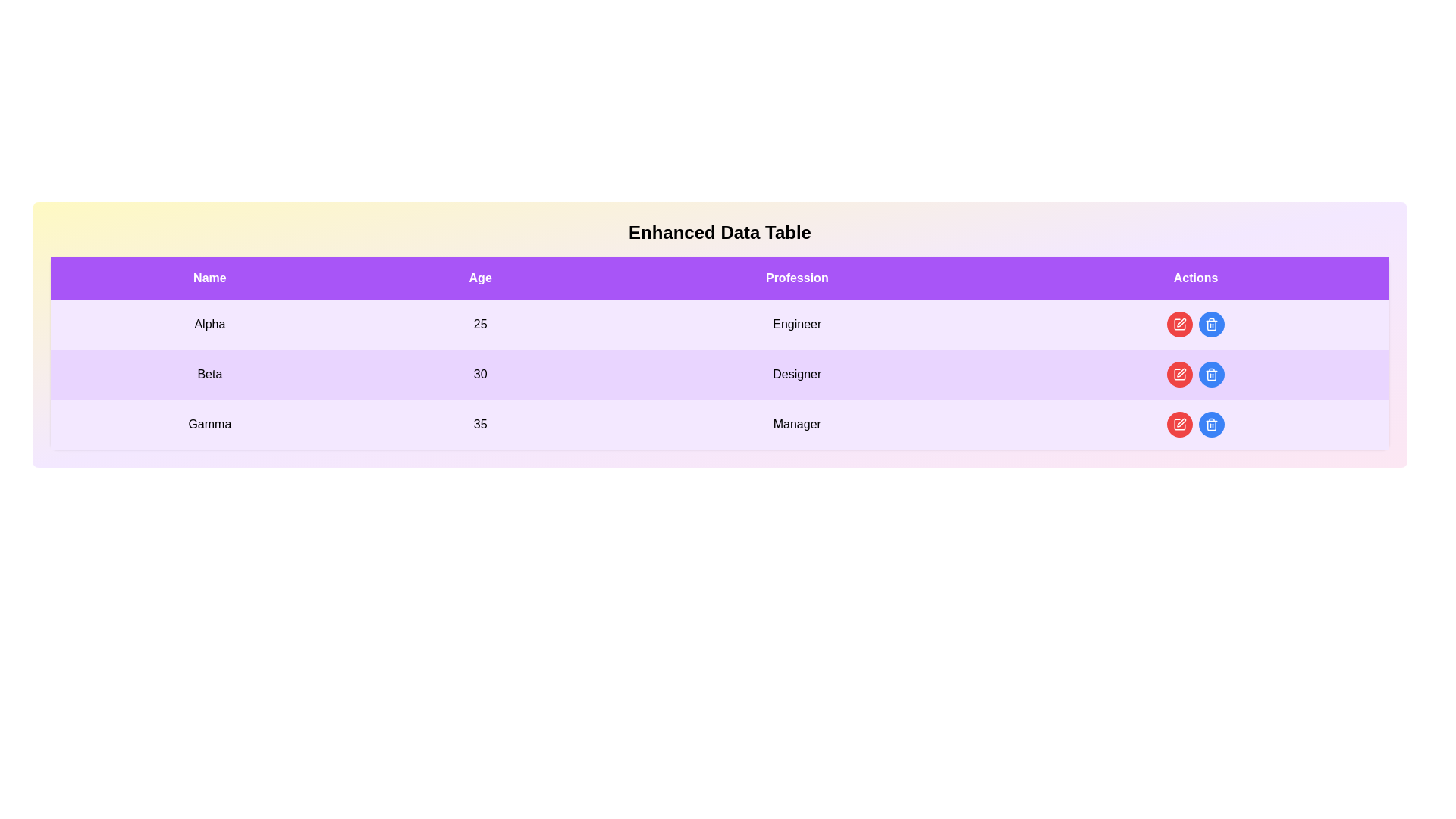 The height and width of the screenshot is (819, 1456). What do you see at coordinates (1211, 374) in the screenshot?
I see `delete button for the entry with name Beta` at bounding box center [1211, 374].